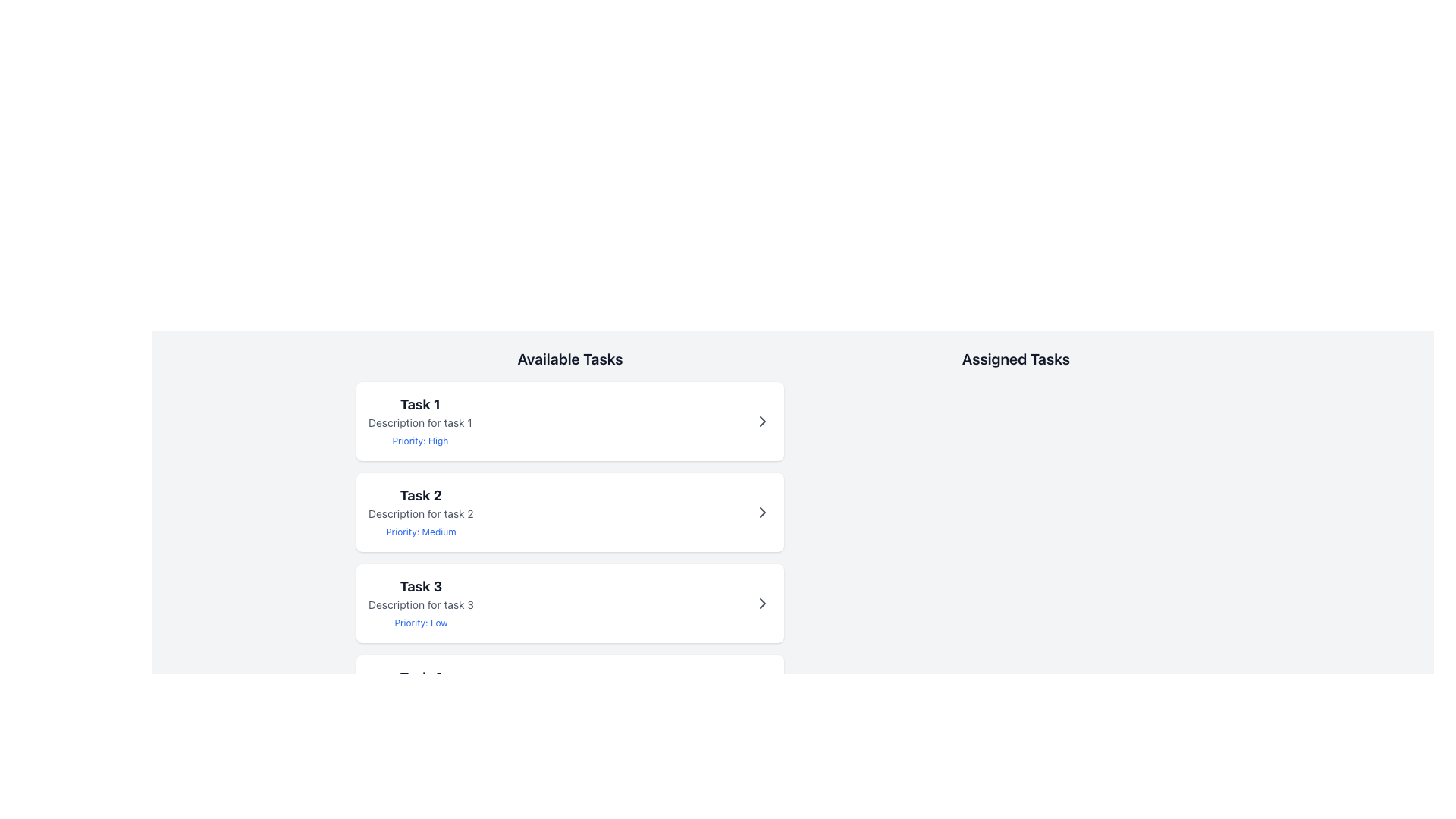 The width and height of the screenshot is (1456, 819). What do you see at coordinates (763, 421) in the screenshot?
I see `the navigation icon at the far-right end of the white card containing 'Task 1'` at bounding box center [763, 421].